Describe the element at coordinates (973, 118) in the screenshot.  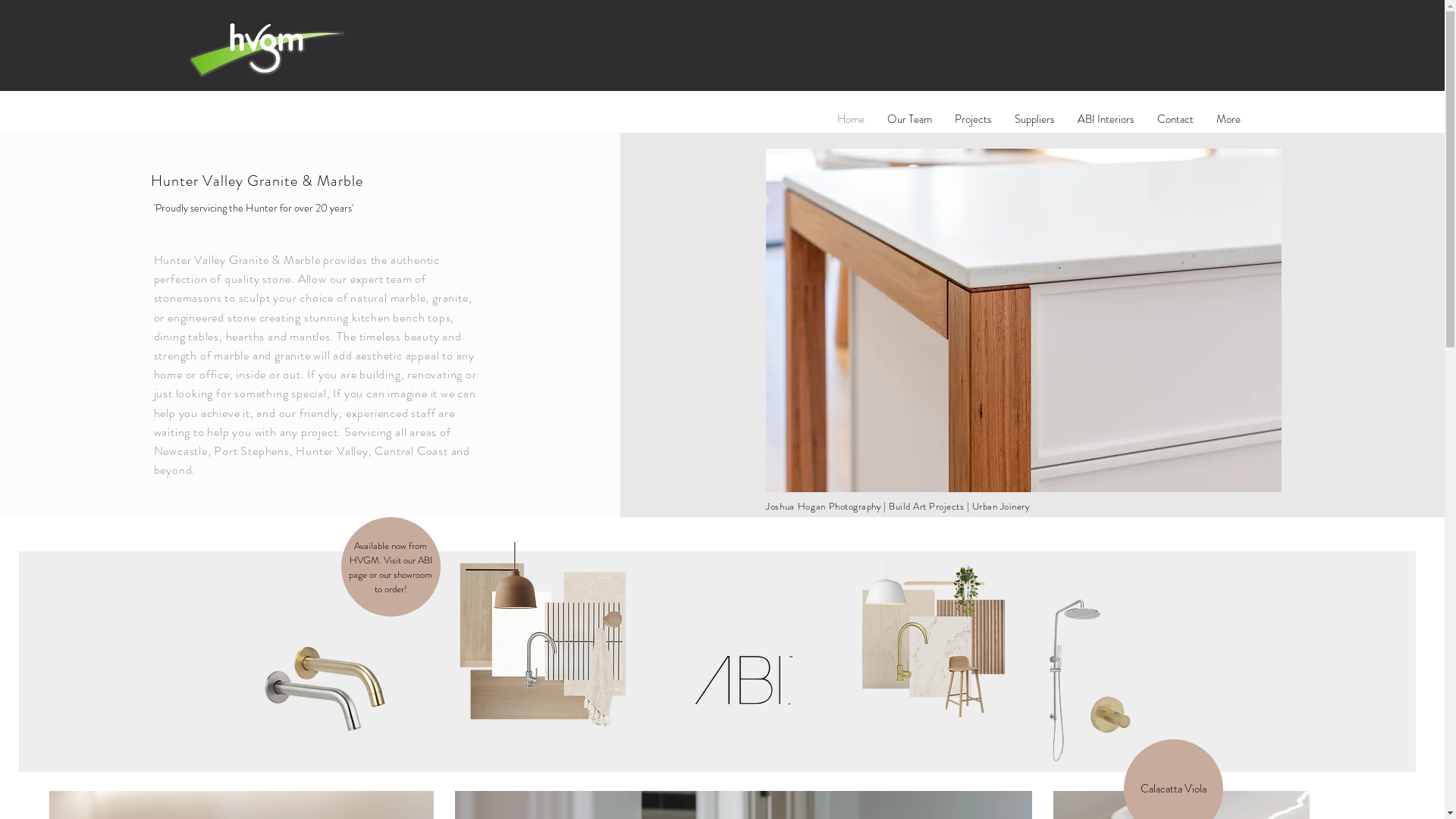
I see `'Projects'` at that location.